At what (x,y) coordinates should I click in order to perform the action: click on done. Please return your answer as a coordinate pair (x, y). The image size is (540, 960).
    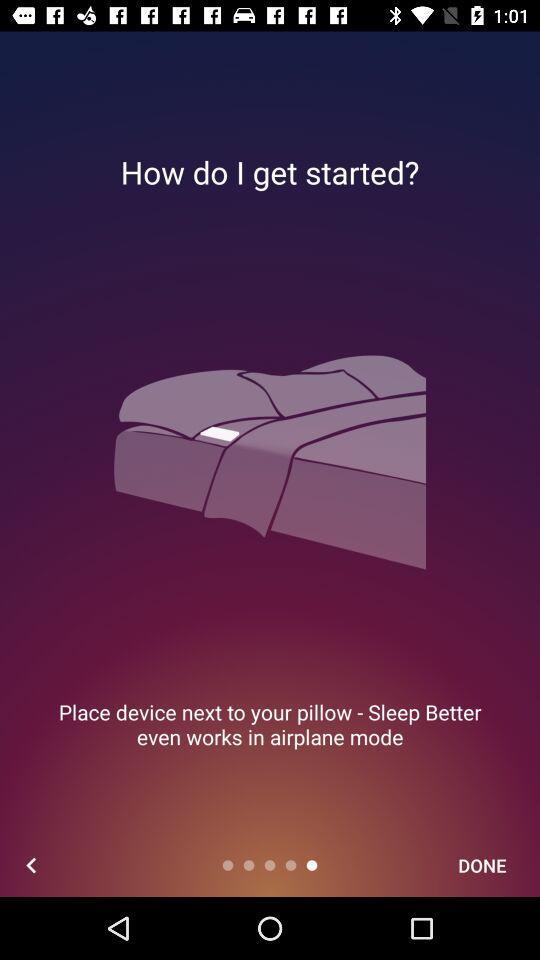
    Looking at the image, I should click on (481, 864).